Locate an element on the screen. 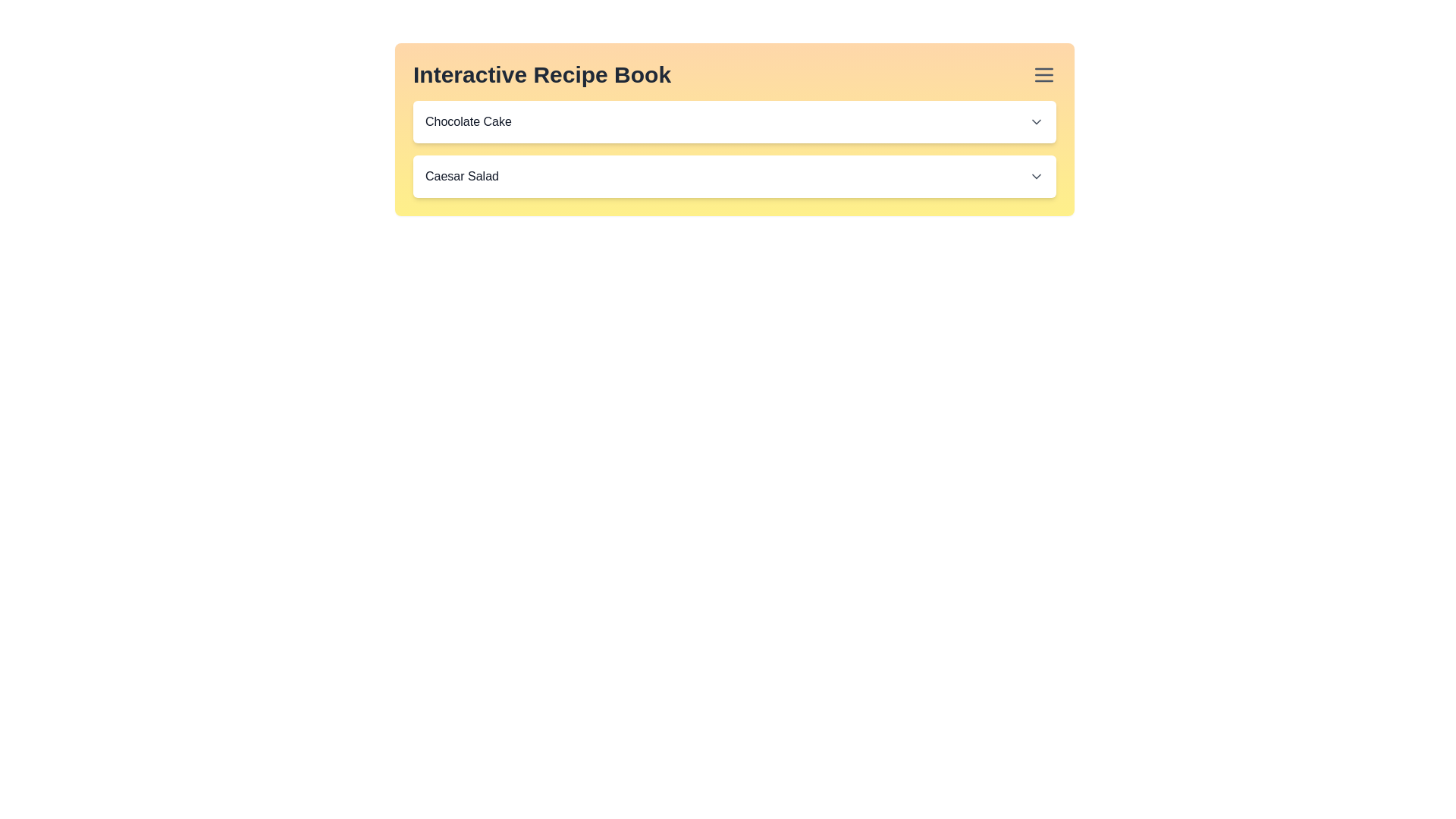  the Menu Icon located at the top-right corner of the interface is located at coordinates (1043, 75).